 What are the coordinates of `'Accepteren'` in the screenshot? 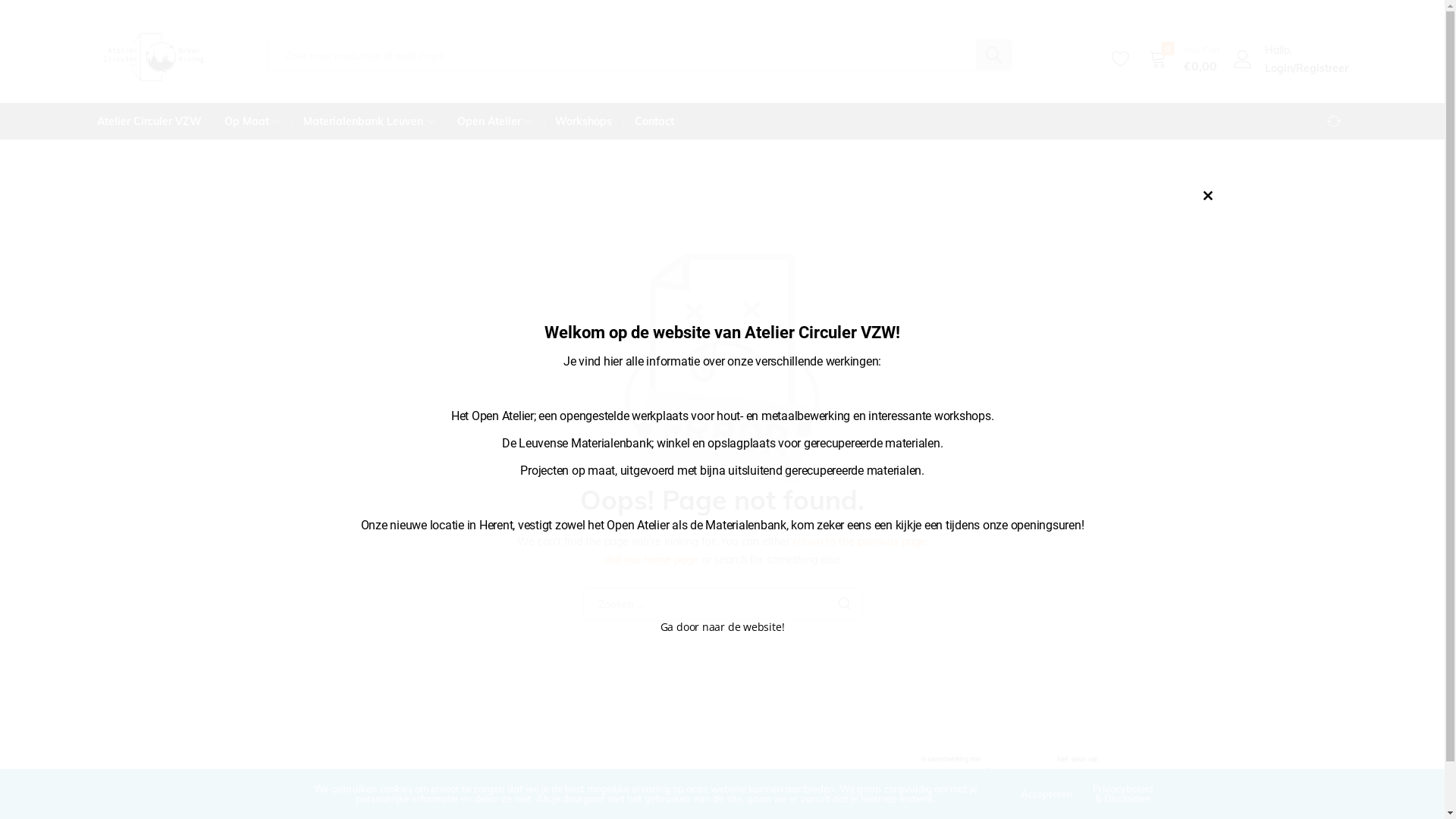 It's located at (1046, 792).